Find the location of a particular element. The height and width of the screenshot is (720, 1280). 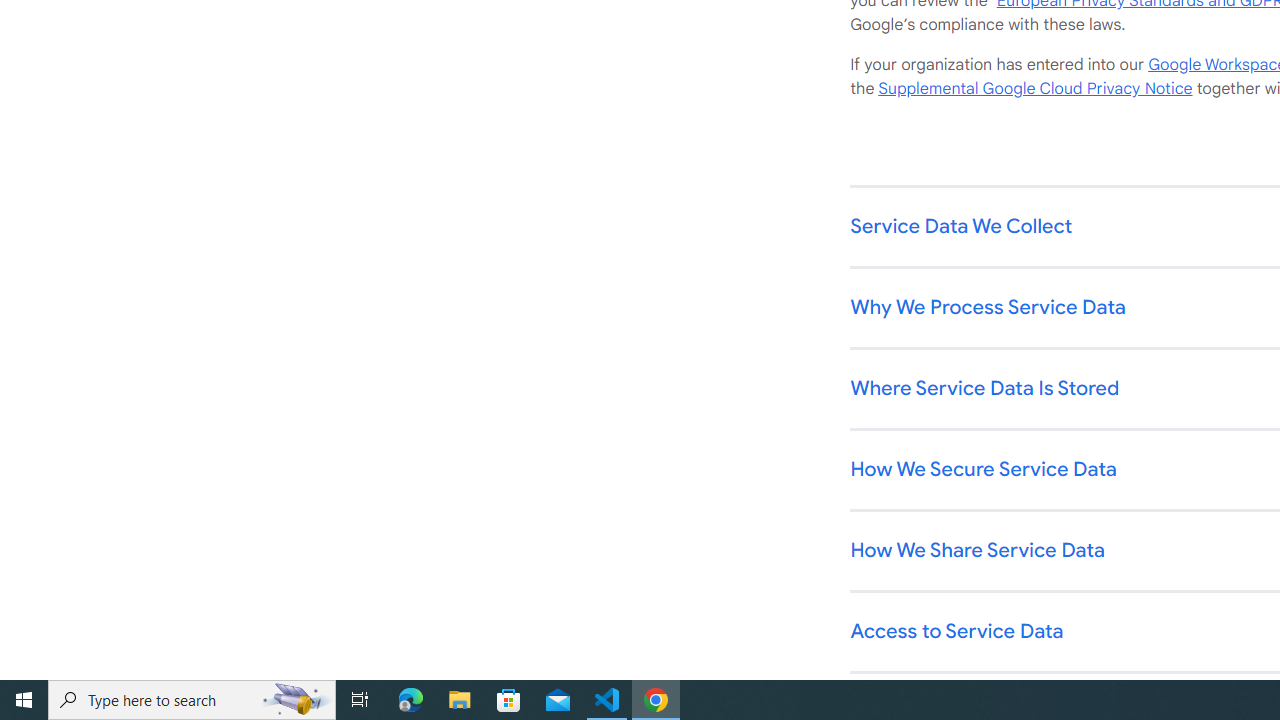

'Supplemental Google Cloud Privacy Notice' is located at coordinates (1035, 88).